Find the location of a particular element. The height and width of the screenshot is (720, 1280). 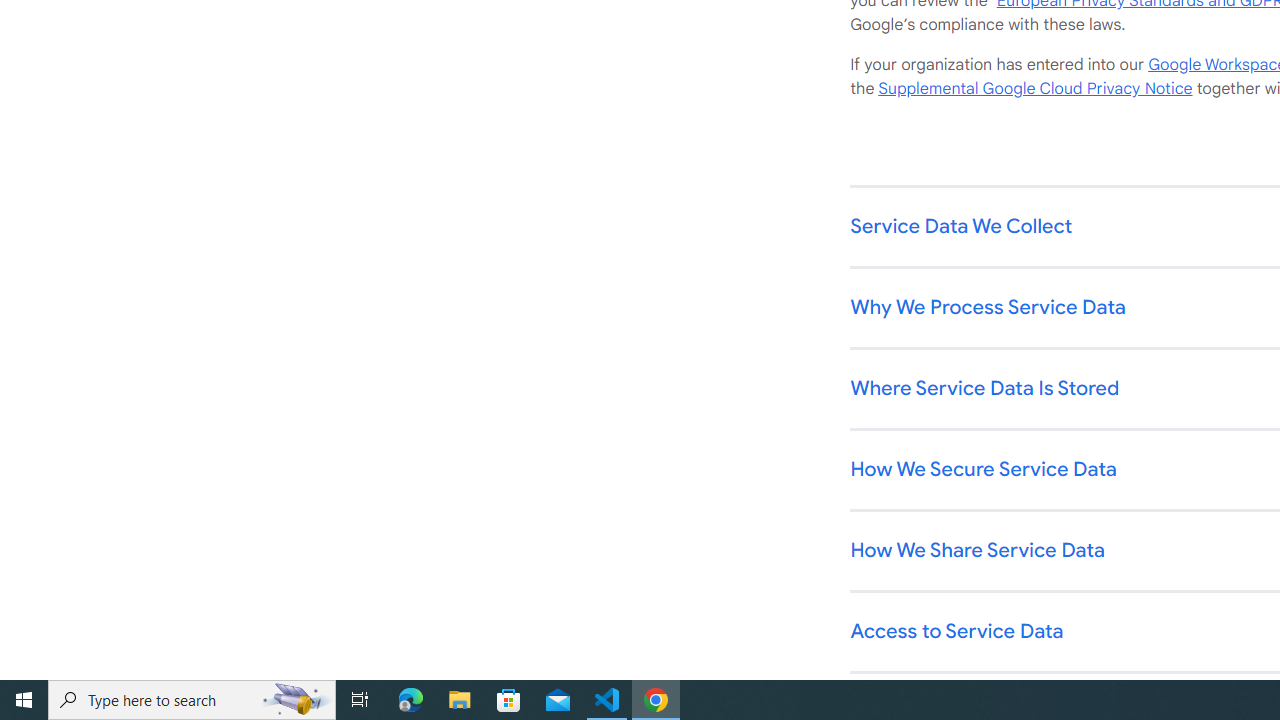

'Supplemental Google Cloud Privacy Notice' is located at coordinates (1035, 88).